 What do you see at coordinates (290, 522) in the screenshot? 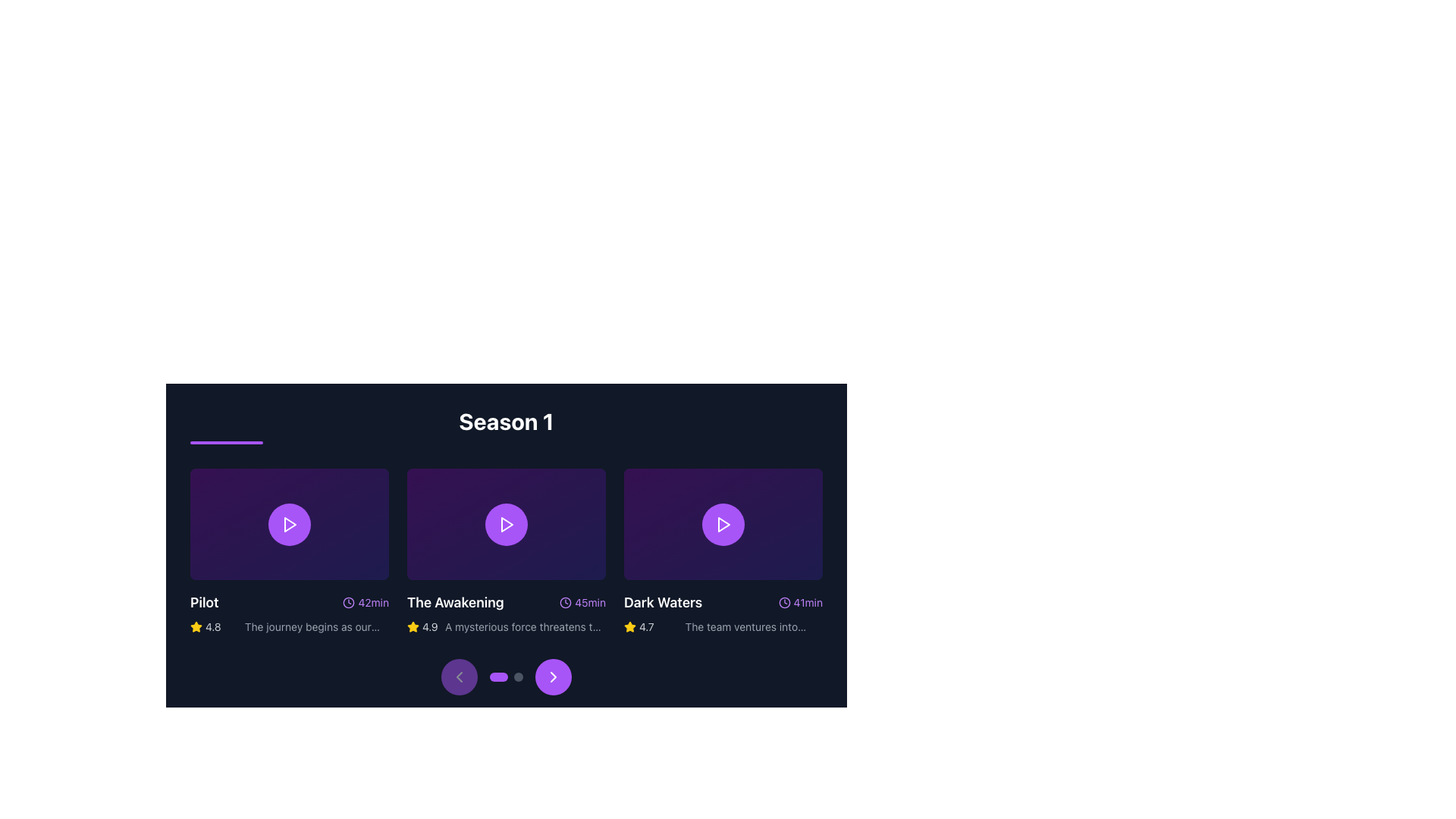
I see `the circular button with a purple background and a white play icon to play the associated content` at bounding box center [290, 522].